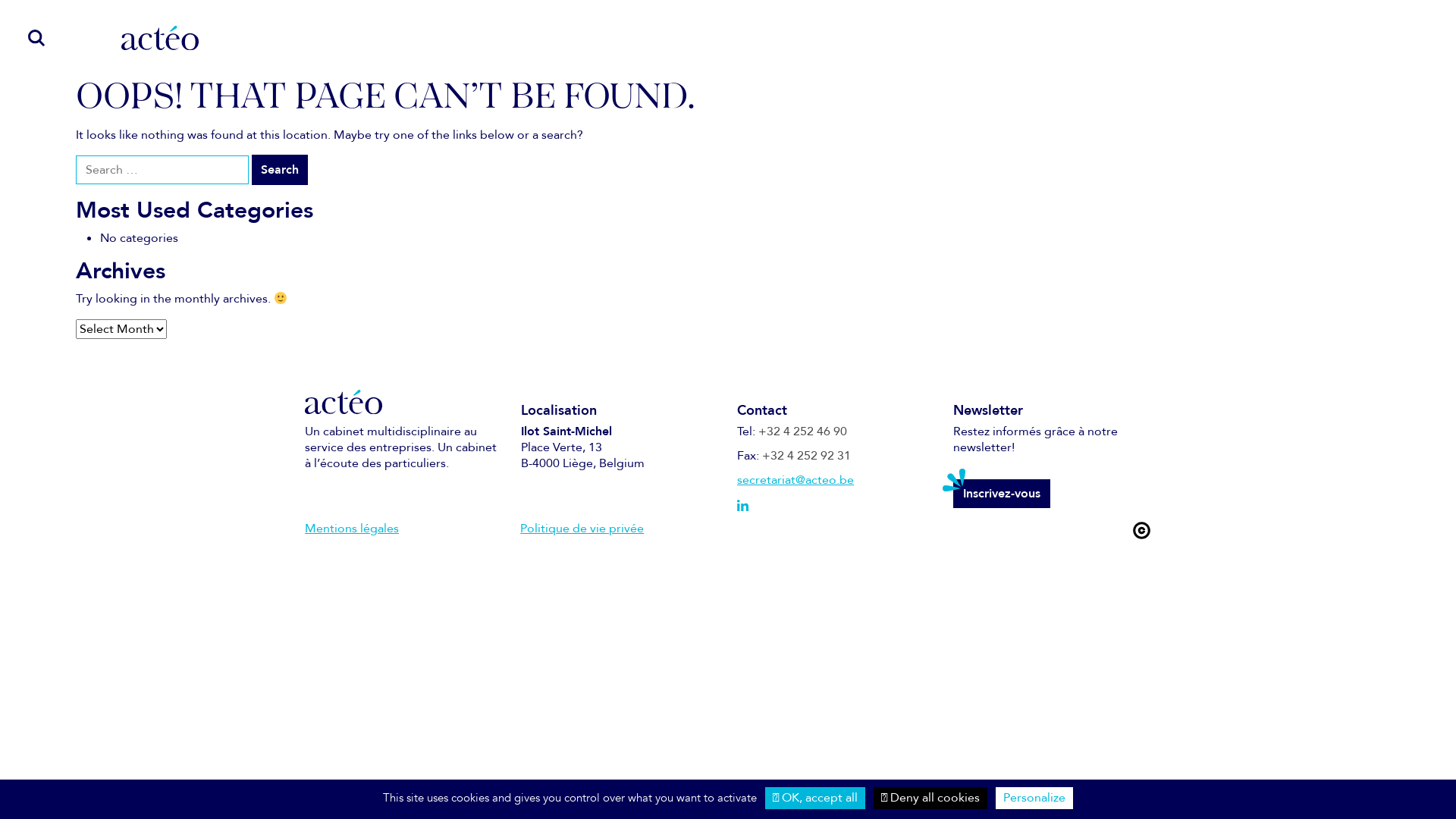 The width and height of the screenshot is (1456, 819). What do you see at coordinates (814, 797) in the screenshot?
I see `'OK, accept all'` at bounding box center [814, 797].